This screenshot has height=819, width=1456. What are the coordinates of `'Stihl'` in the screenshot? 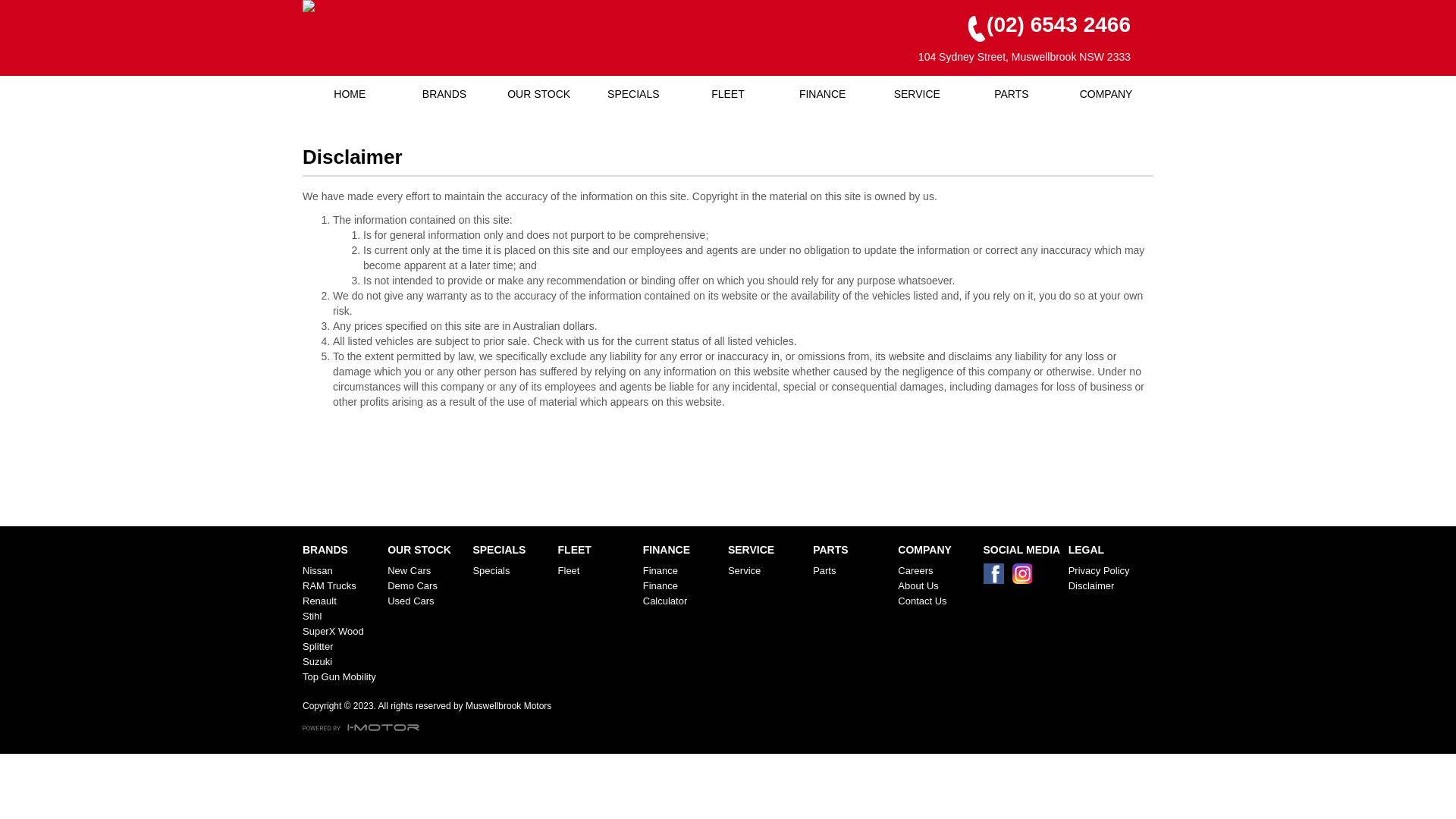 It's located at (341, 617).